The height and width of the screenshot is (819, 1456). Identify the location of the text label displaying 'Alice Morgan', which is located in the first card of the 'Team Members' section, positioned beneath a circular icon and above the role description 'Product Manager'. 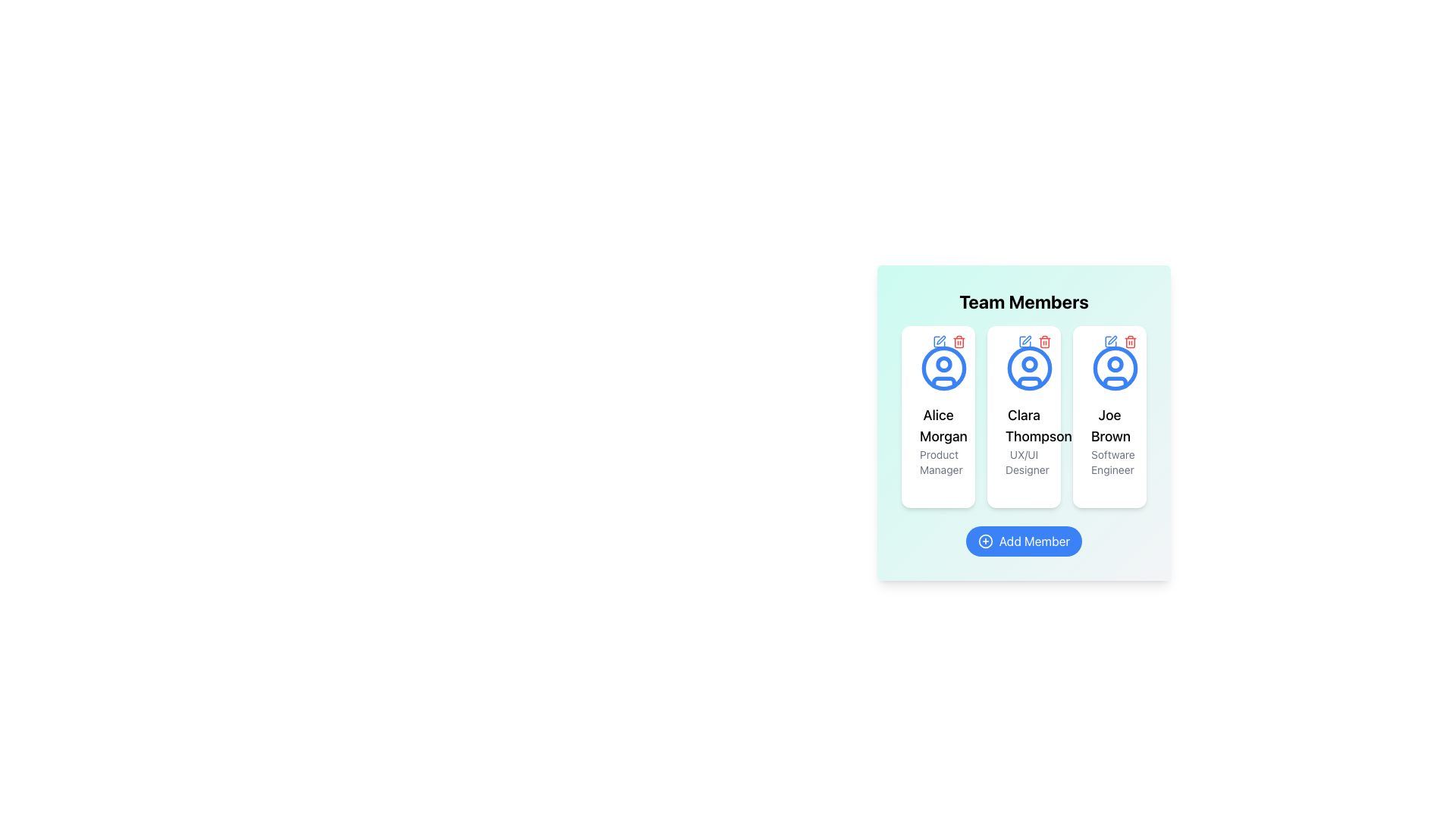
(937, 426).